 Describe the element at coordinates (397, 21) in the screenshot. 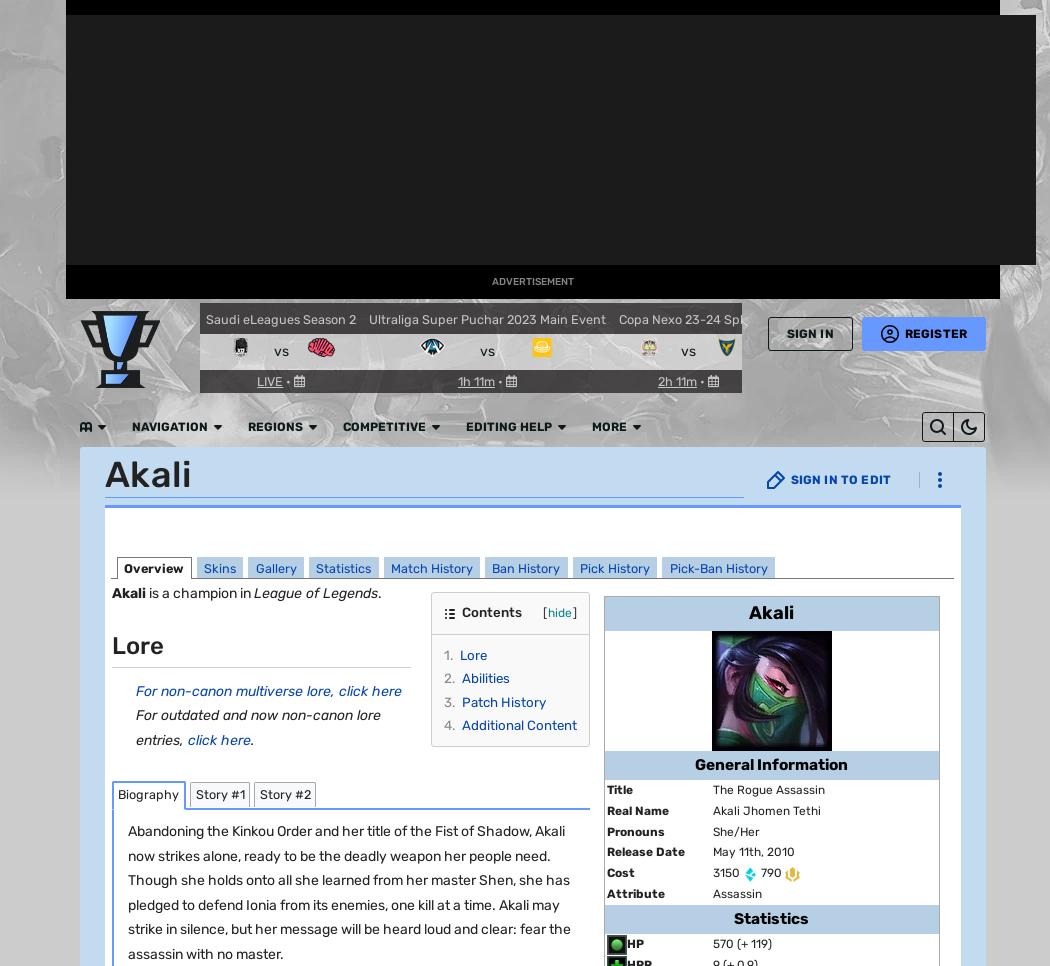

I see `'Competitive'` at that location.